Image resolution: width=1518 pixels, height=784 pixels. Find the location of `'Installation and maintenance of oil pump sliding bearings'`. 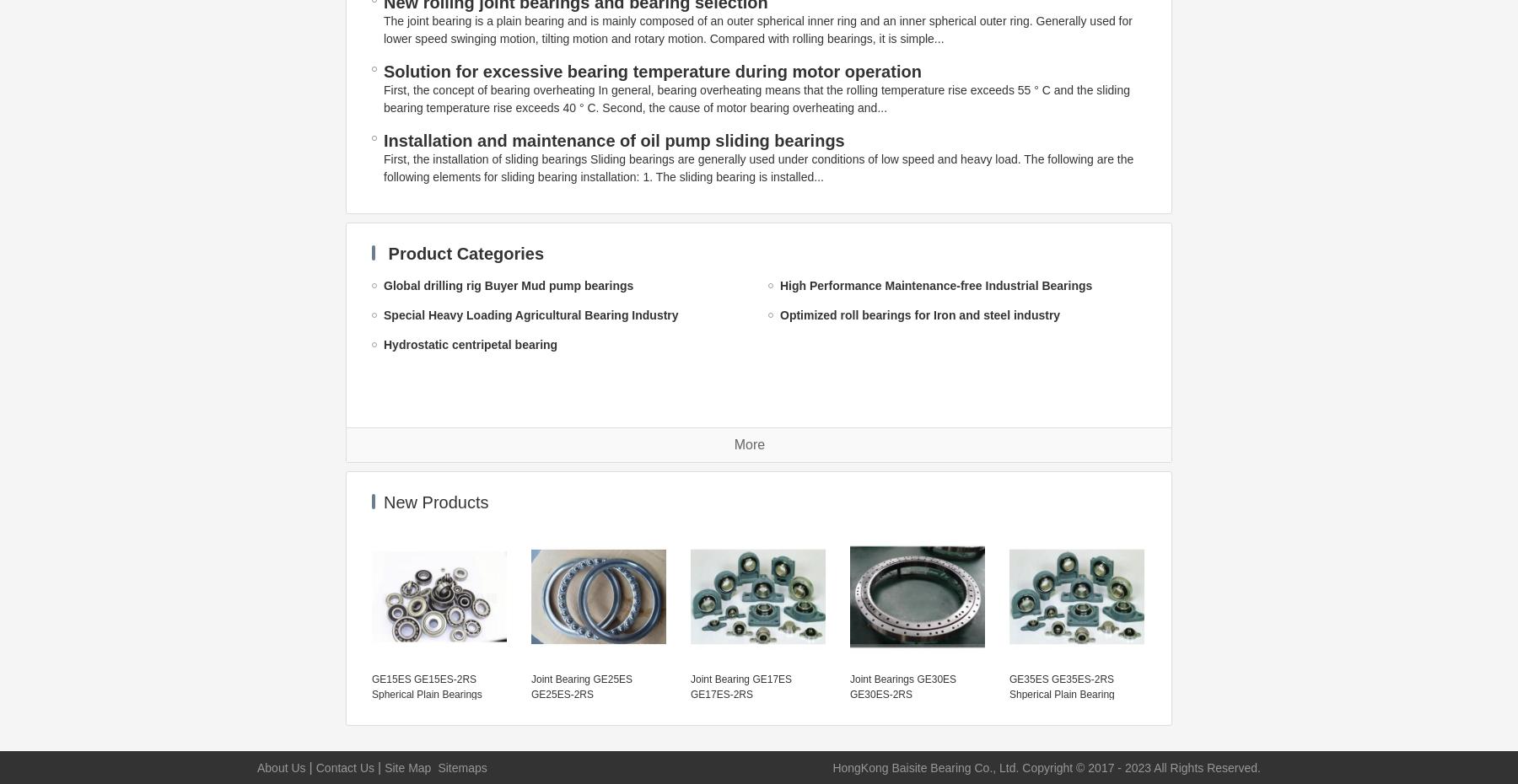

'Installation and maintenance of oil pump sliding bearings' is located at coordinates (612, 140).